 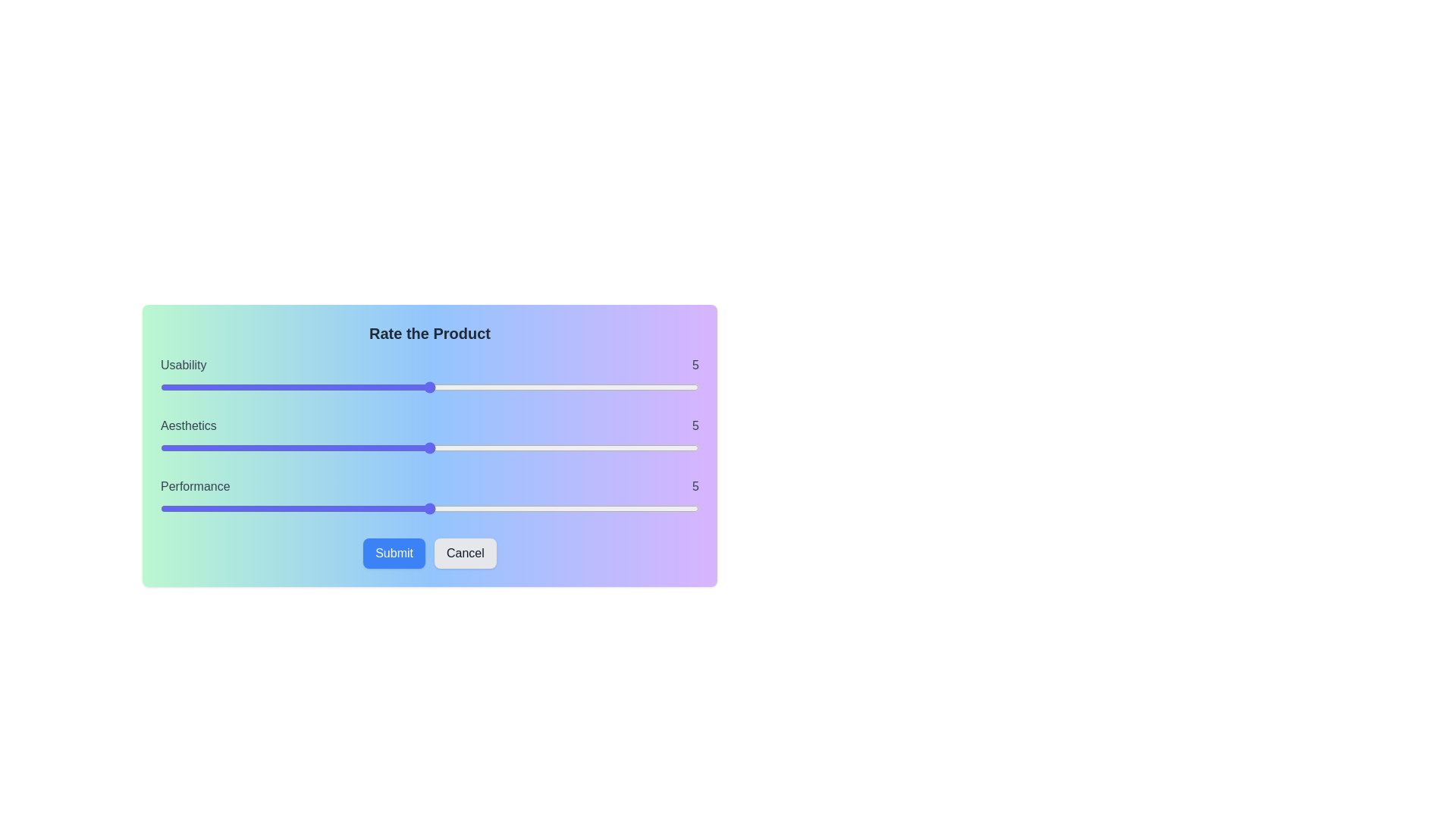 What do you see at coordinates (483, 386) in the screenshot?
I see `the slider to set the usability rating to 6` at bounding box center [483, 386].